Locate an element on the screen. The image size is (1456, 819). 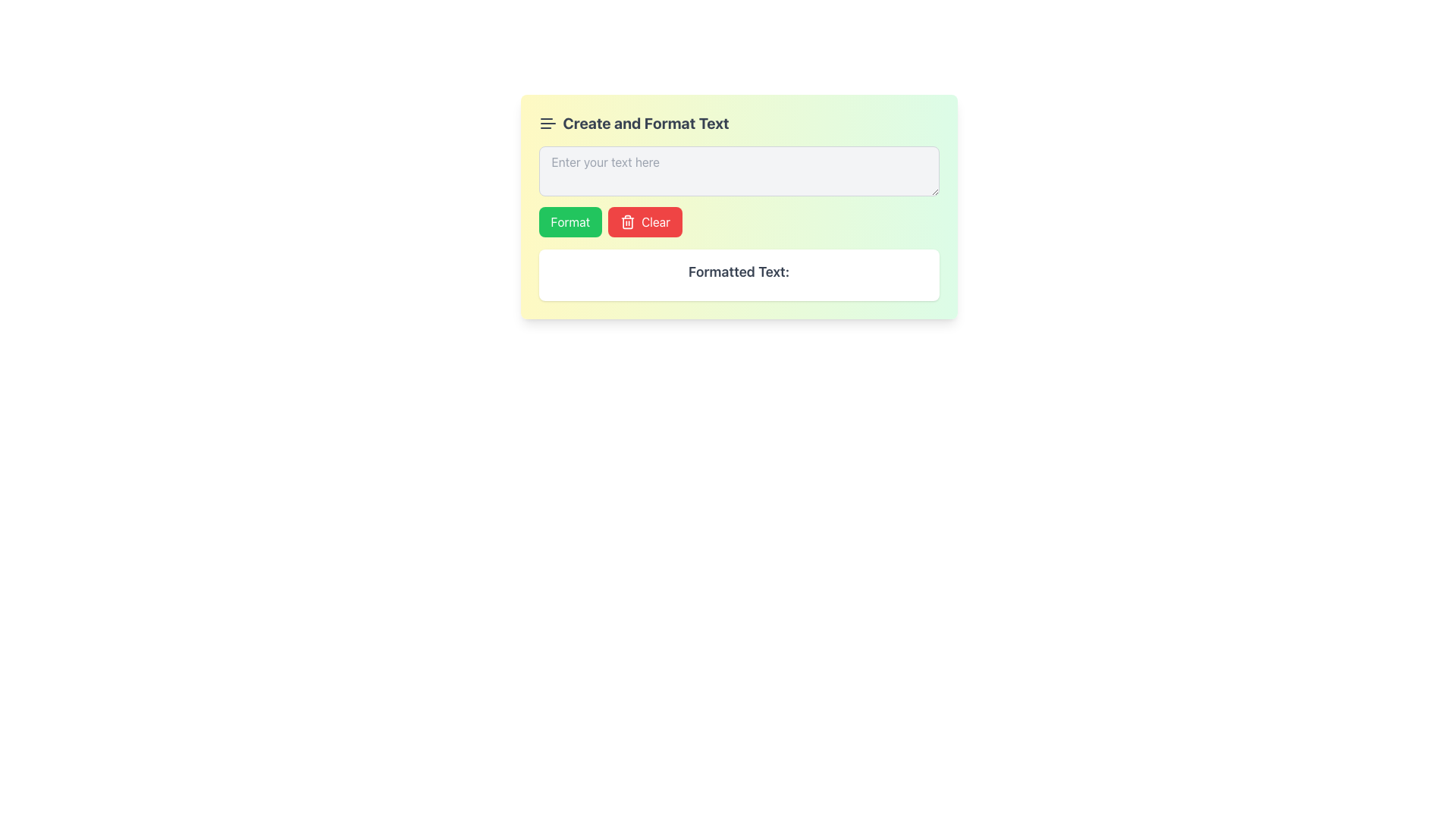
the clear button located to the right of the green 'Format' button, below the text input field labeled 'Enter your text here' is located at coordinates (645, 222).